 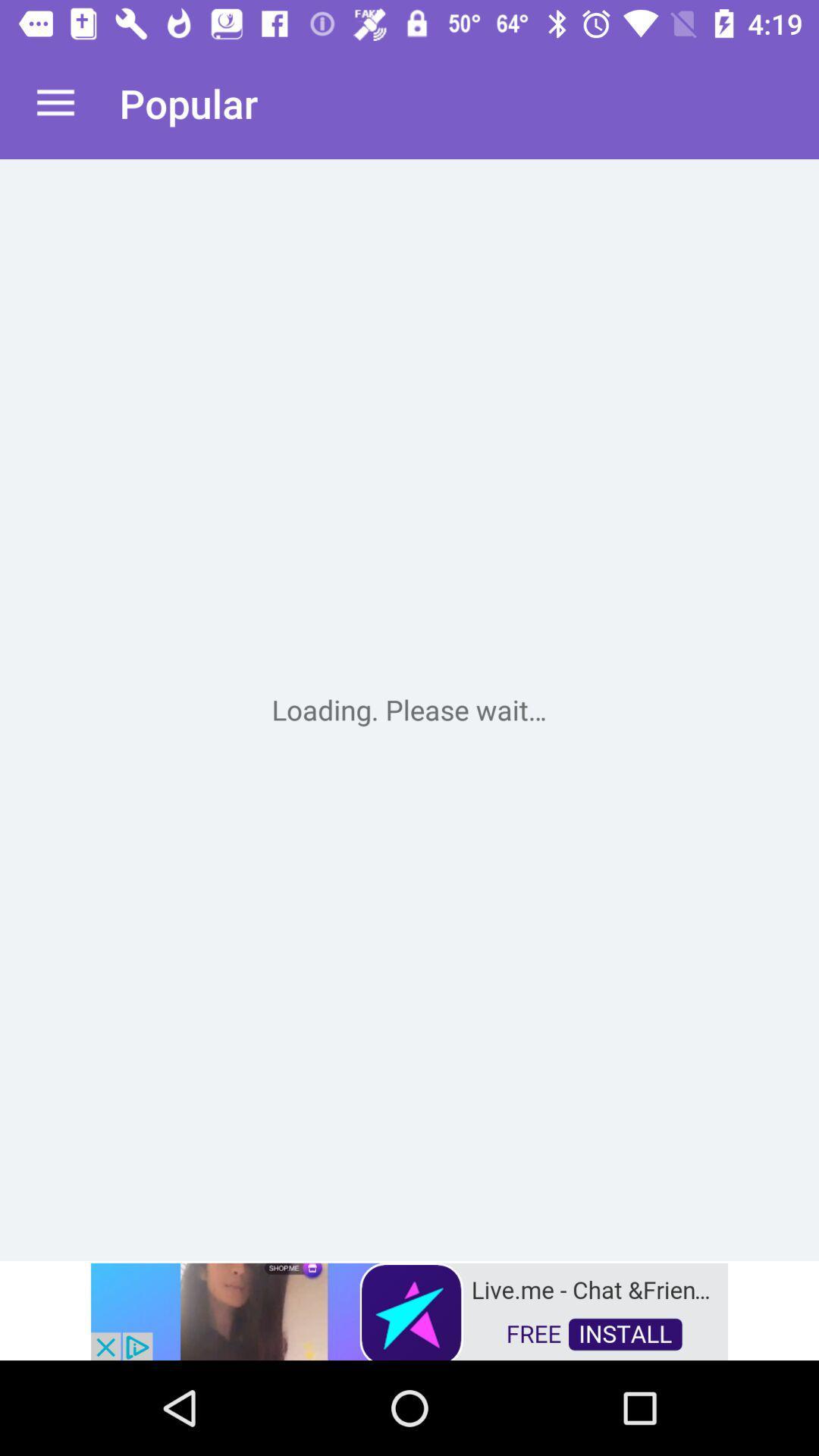 What do you see at coordinates (409, 1310) in the screenshot?
I see `install advertisement` at bounding box center [409, 1310].